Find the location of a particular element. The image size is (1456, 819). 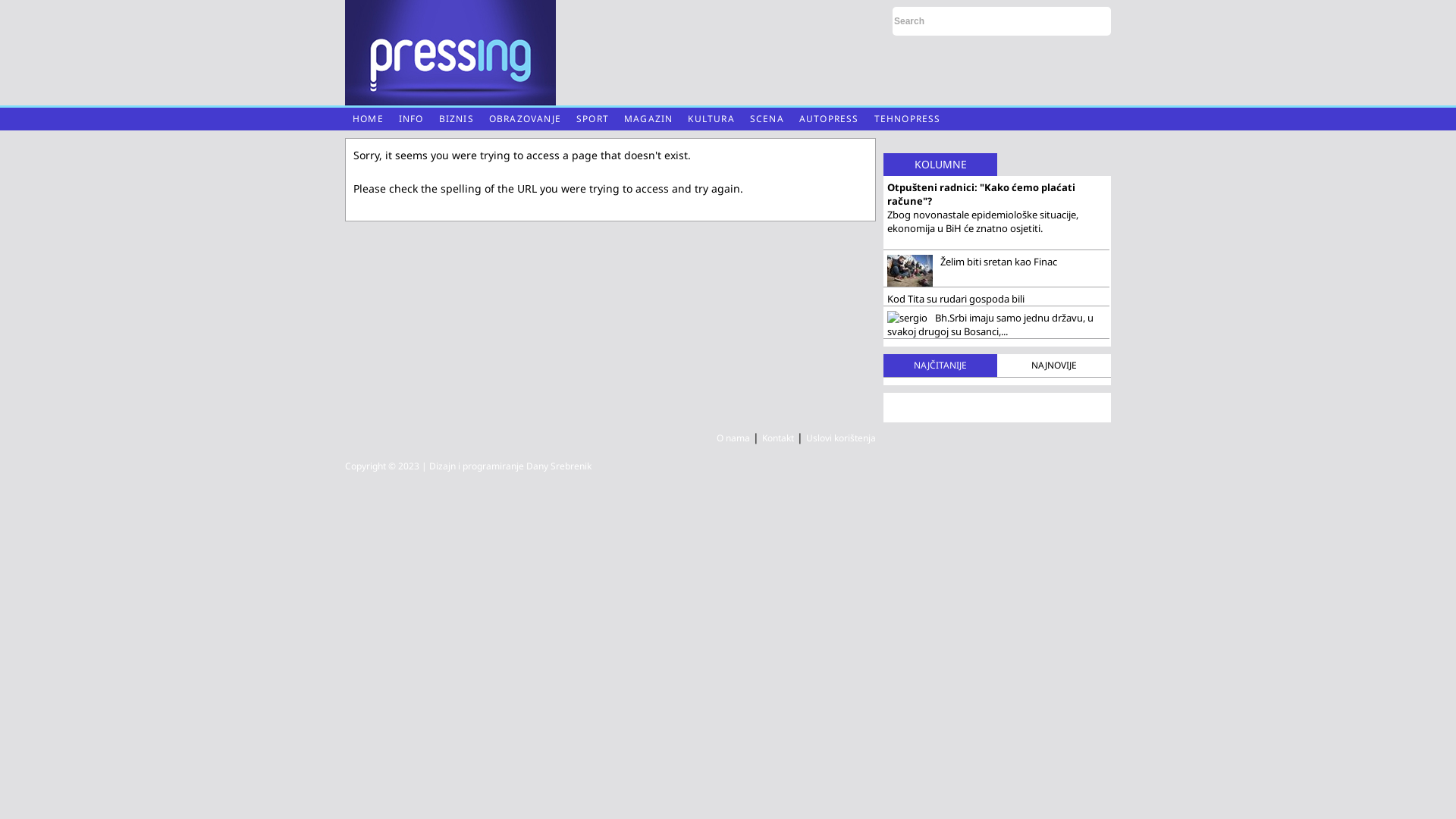

'AUTOPRESS' is located at coordinates (828, 118).